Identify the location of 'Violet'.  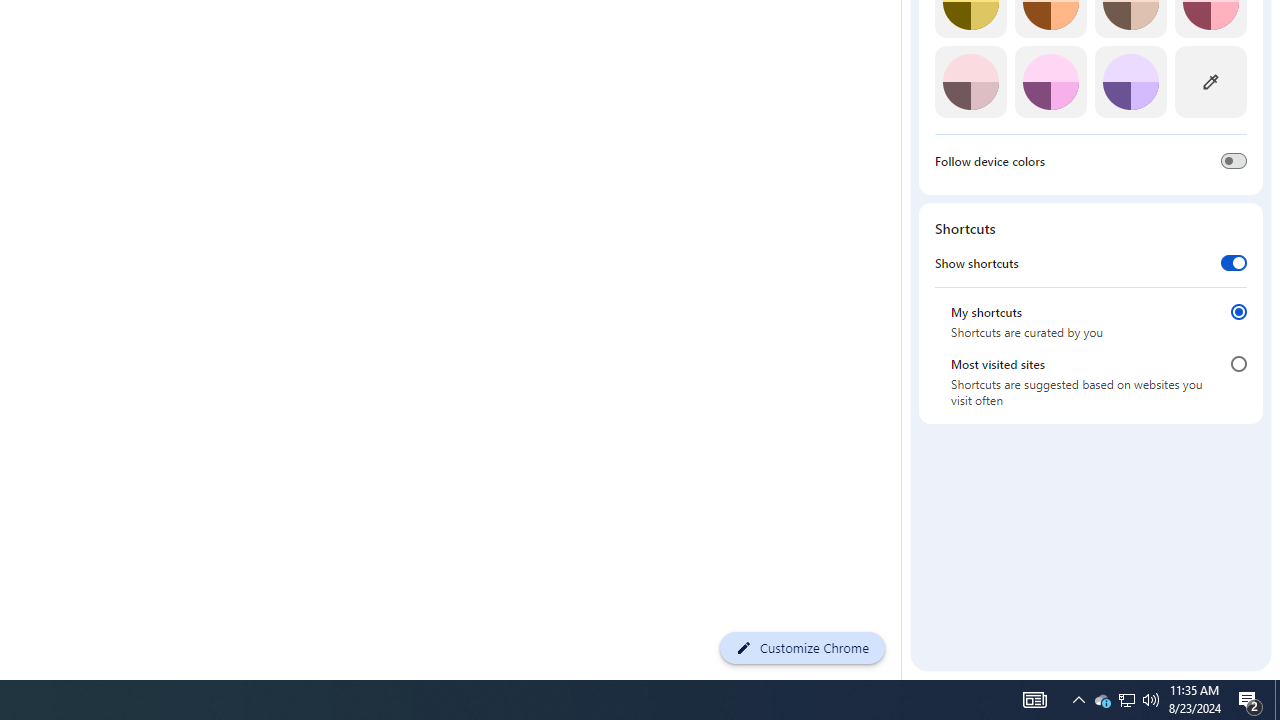
(1130, 81).